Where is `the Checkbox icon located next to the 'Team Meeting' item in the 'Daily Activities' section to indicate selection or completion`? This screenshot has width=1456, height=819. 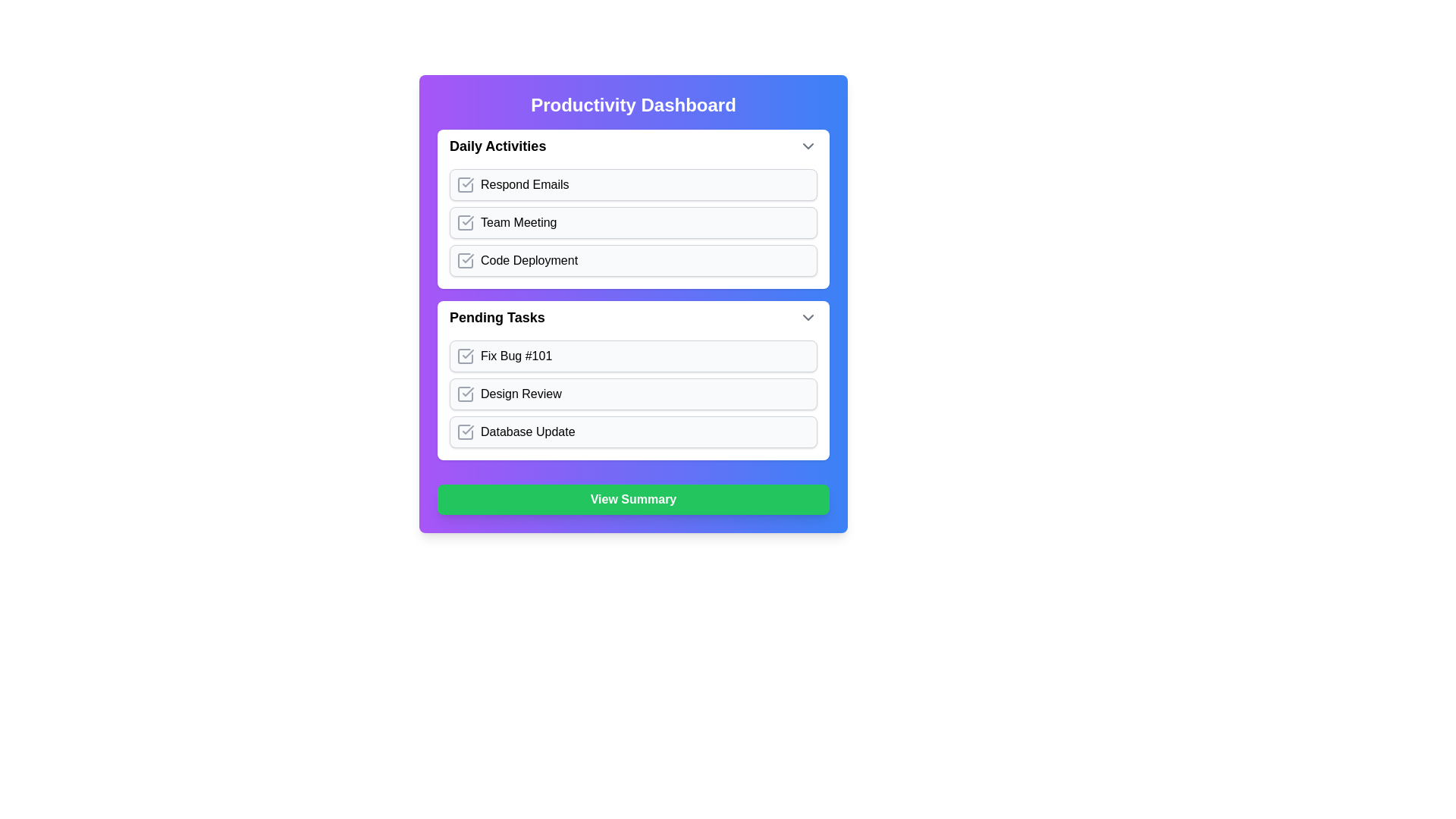
the Checkbox icon located next to the 'Team Meeting' item in the 'Daily Activities' section to indicate selection or completion is located at coordinates (465, 222).